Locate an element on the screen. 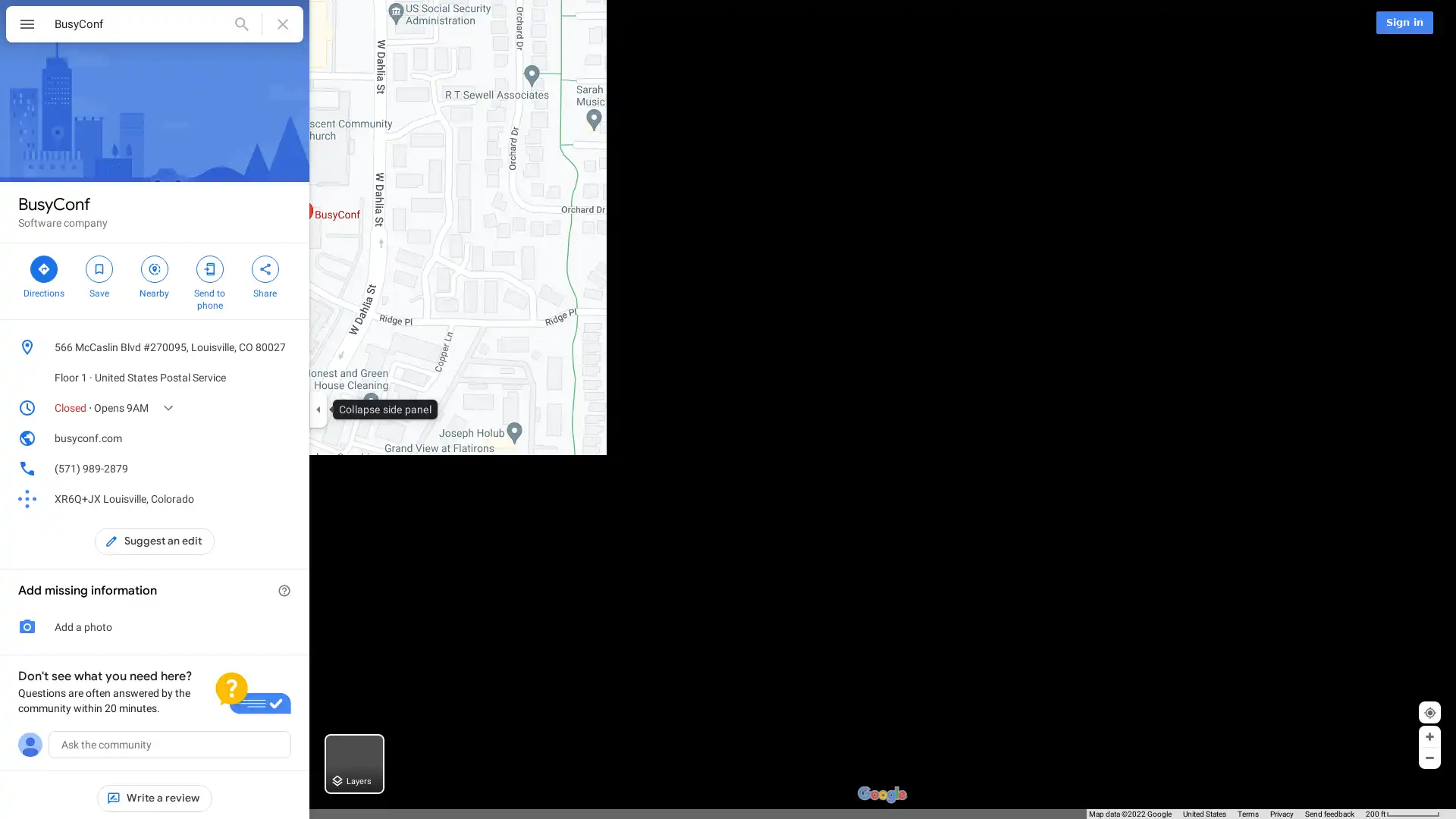 This screenshot has width=1456, height=819. Learn more about plus codes is located at coordinates (284, 499).